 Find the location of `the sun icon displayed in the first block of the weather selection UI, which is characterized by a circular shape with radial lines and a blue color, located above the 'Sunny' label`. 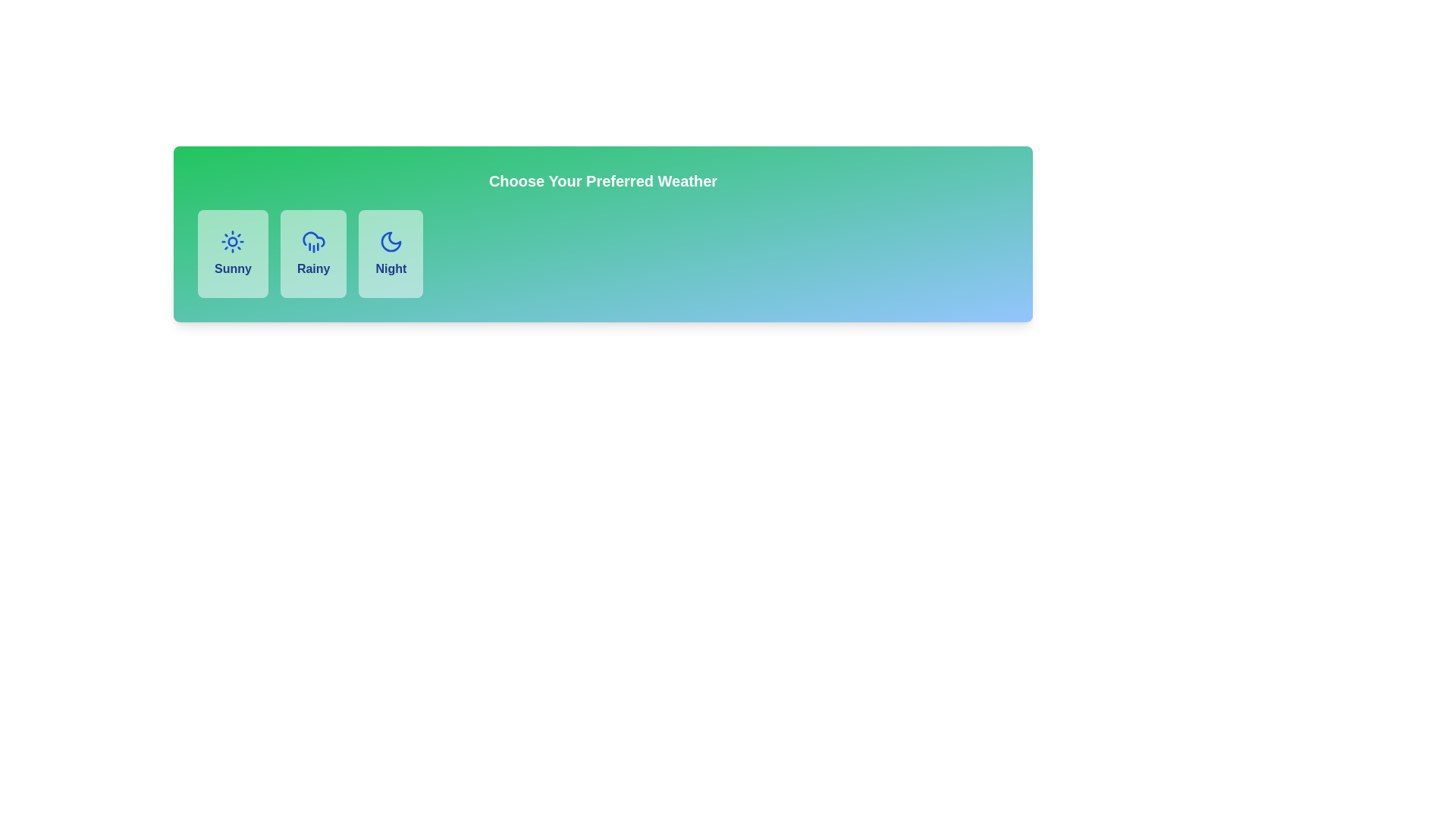

the sun icon displayed in the first block of the weather selection UI, which is characterized by a circular shape with radial lines and a blue color, located above the 'Sunny' label is located at coordinates (232, 241).